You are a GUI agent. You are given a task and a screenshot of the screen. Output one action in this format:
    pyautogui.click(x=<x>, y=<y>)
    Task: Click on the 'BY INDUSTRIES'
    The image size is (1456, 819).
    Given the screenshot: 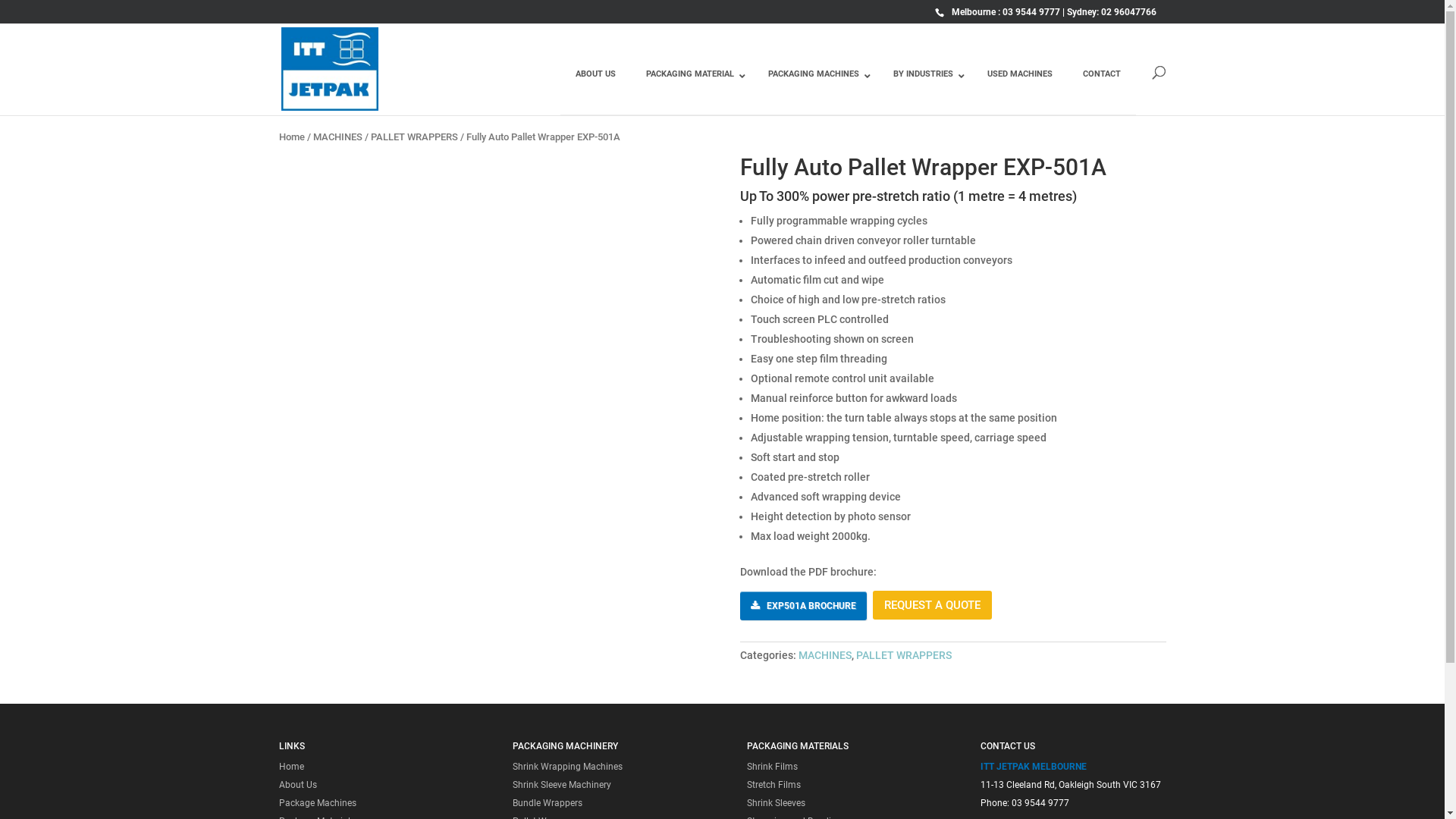 What is the action you would take?
    pyautogui.click(x=924, y=85)
    